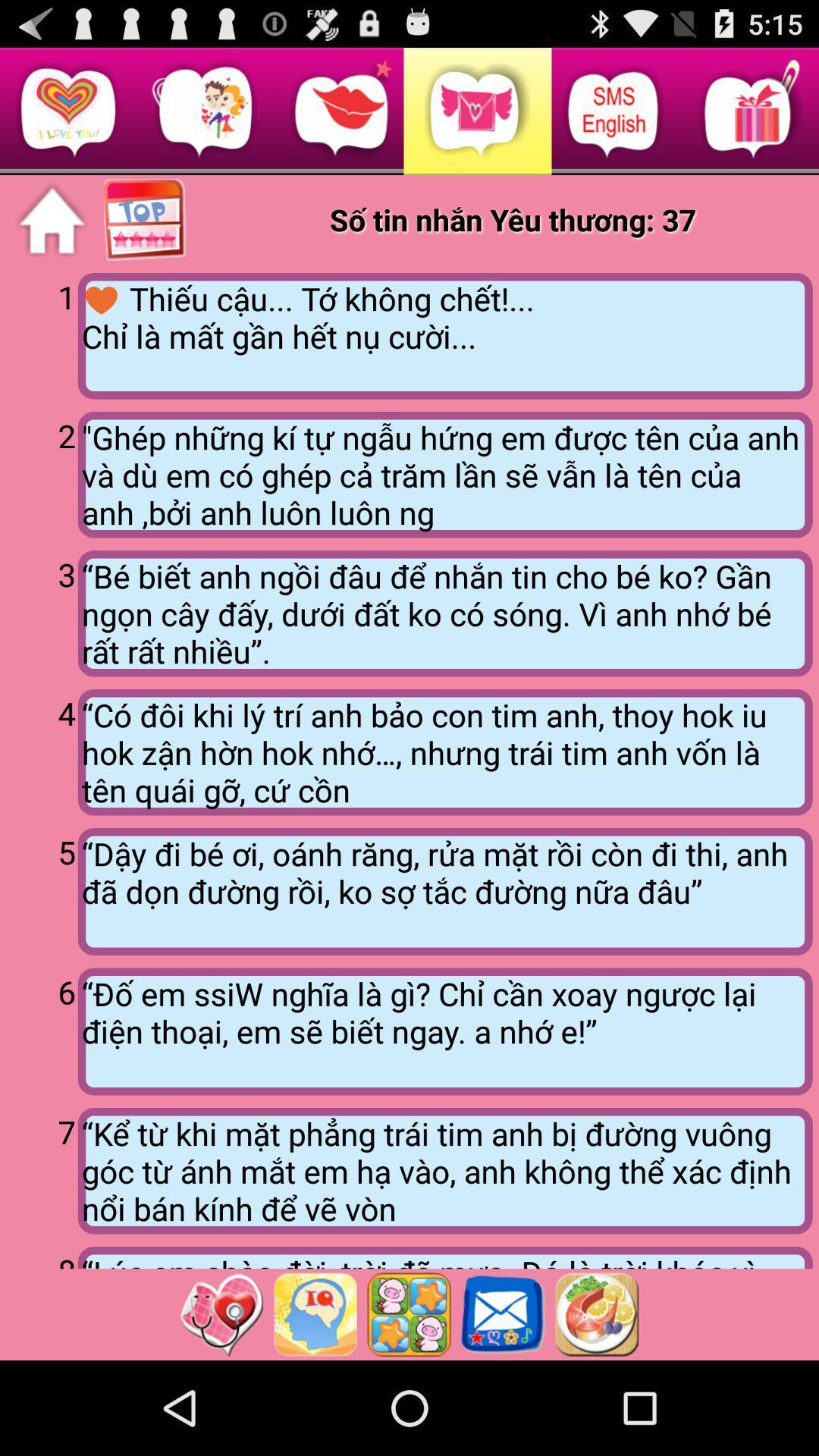 Image resolution: width=819 pixels, height=1456 pixels. I want to click on app to the right of the 1, so click(444, 335).